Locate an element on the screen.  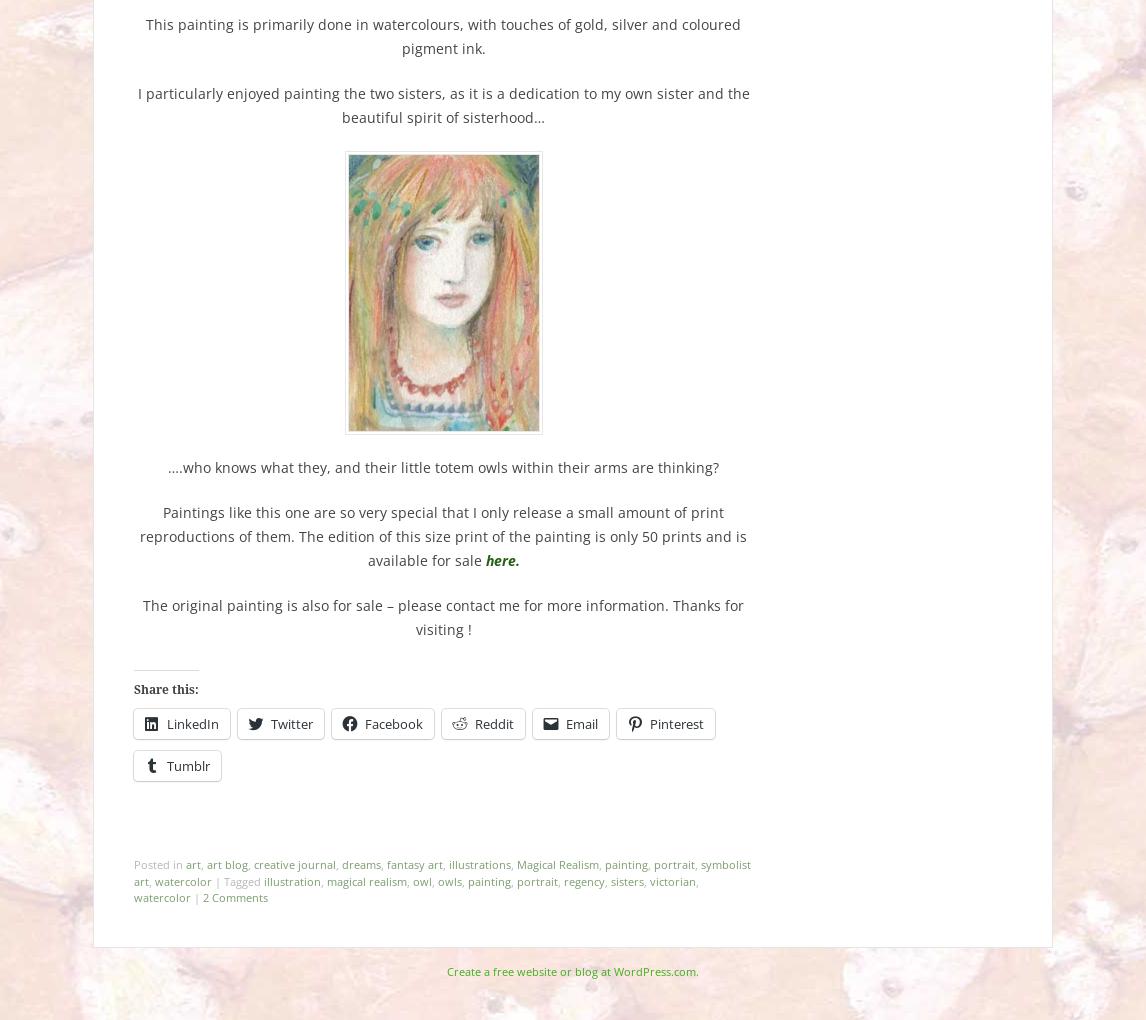
'2 Comments' is located at coordinates (235, 897).